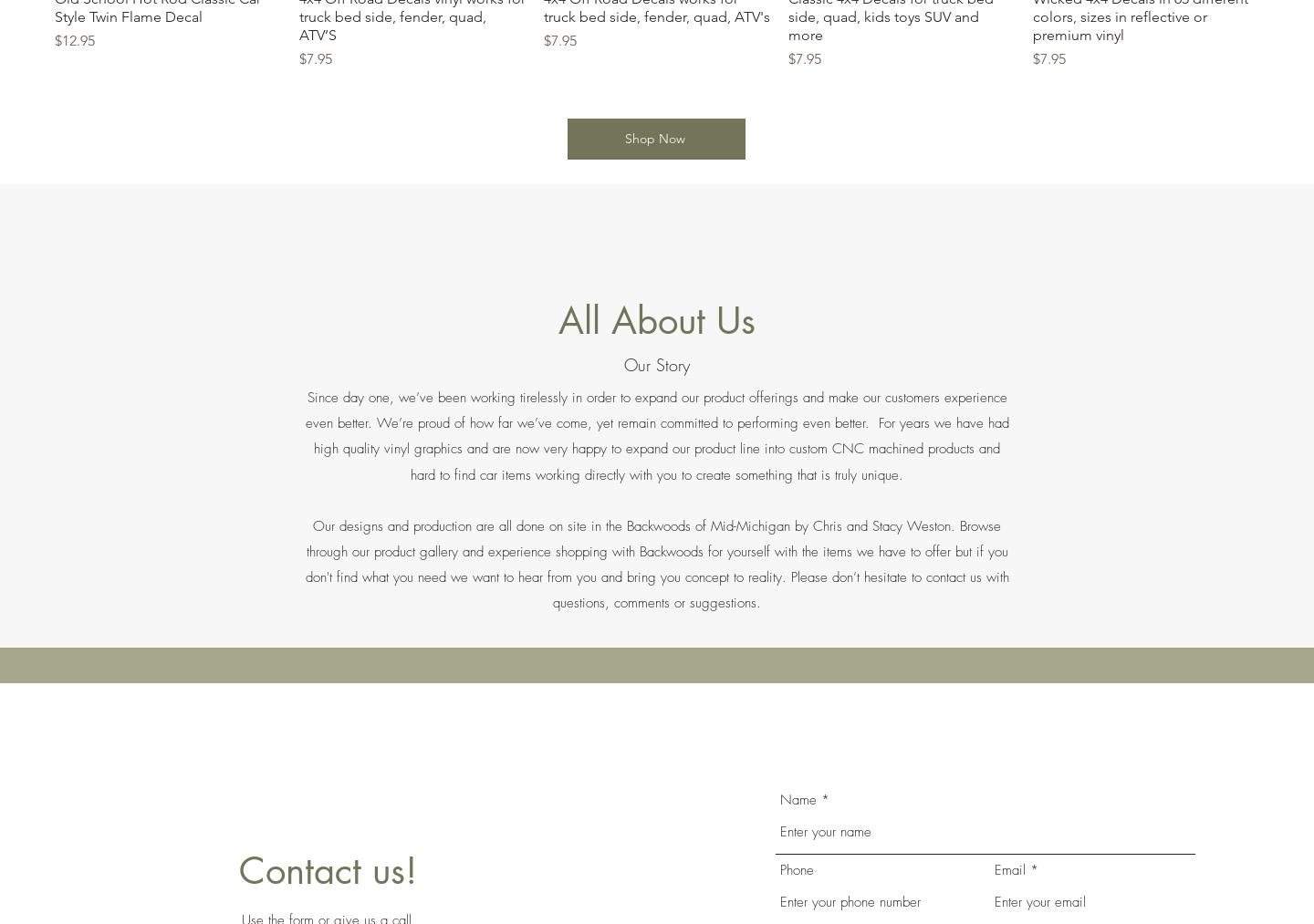 The width and height of the screenshot is (1314, 924). I want to click on 'Since day one, we’ve been working tirelessly in order to expand our product offerings and make our customers experience even better. We’re proud of how far we’ve come, yet remain committed to performing even better.  For years we have had high quality vinyl graphics and are now very happy to expand our product line into custom CNC machined products and hard to find car items working directly with you to create something that is truly unique.', so click(656, 435).